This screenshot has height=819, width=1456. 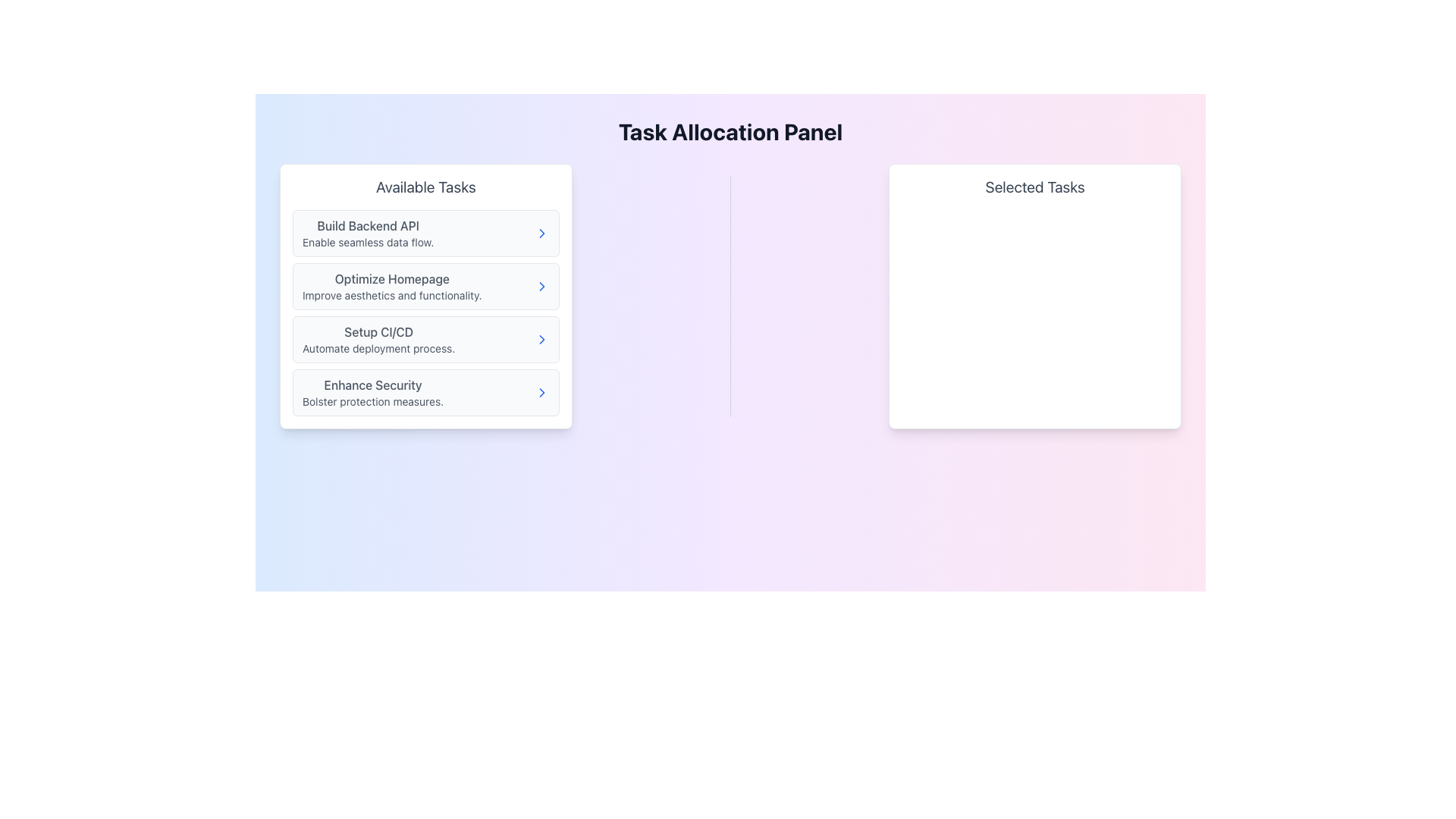 What do you see at coordinates (730, 130) in the screenshot?
I see `text from the header component displaying 'Task Allocation Panel', which is prominently located at the top of the interface` at bounding box center [730, 130].